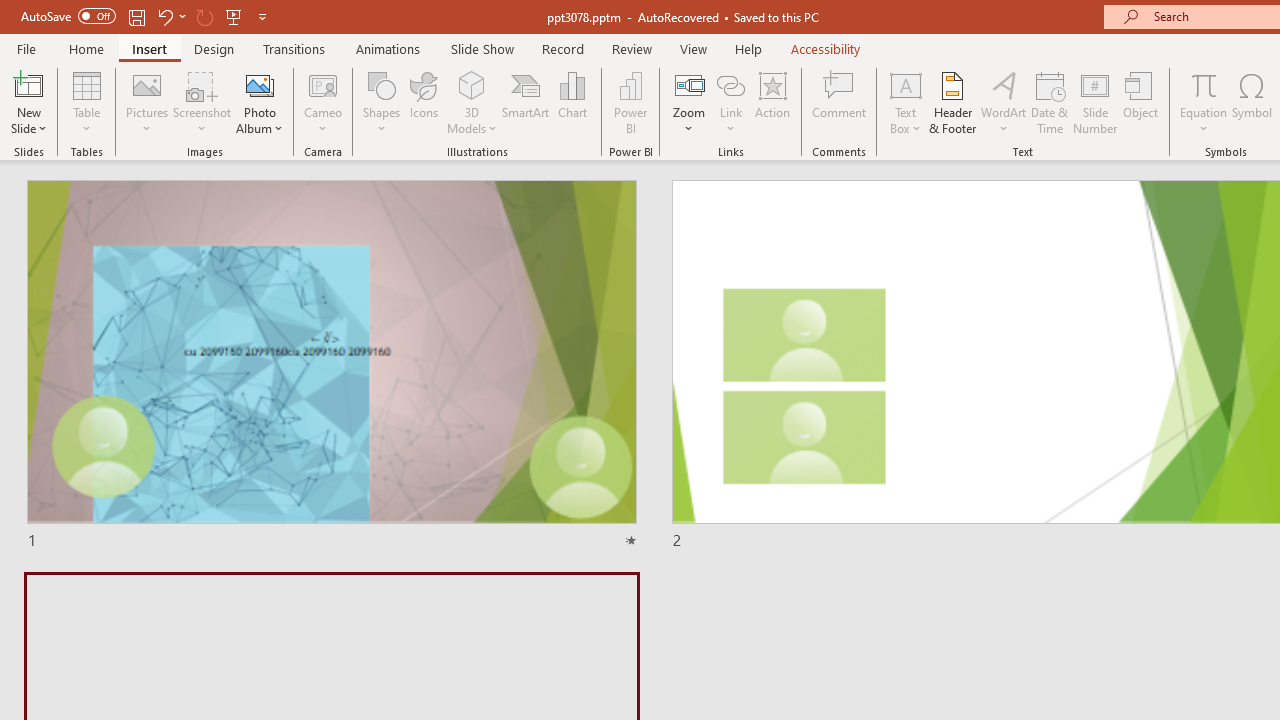 This screenshot has width=1280, height=720. Describe the element at coordinates (630, 48) in the screenshot. I see `'Review'` at that location.